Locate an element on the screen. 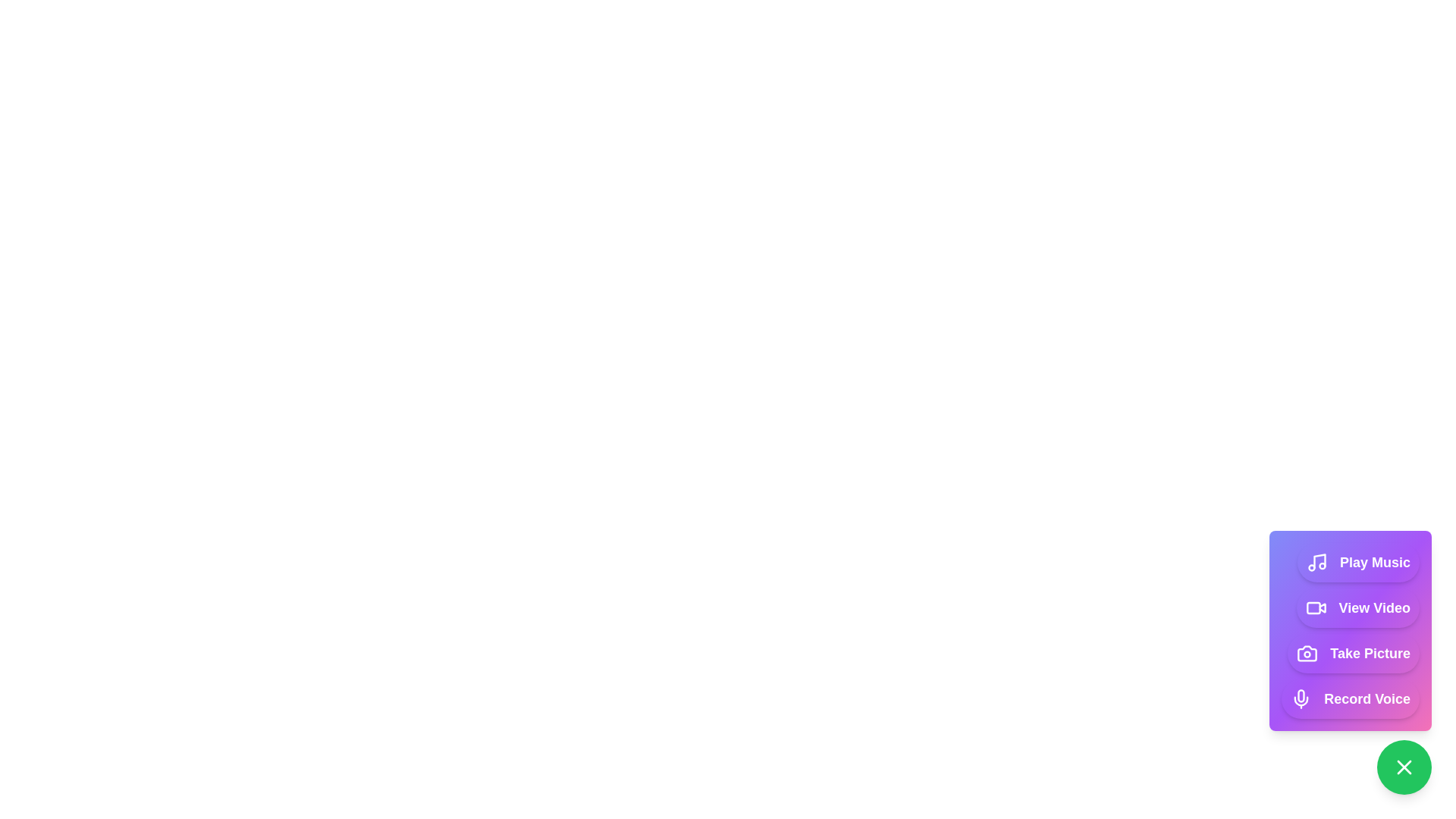  the View Video button to perform its action is located at coordinates (1357, 607).